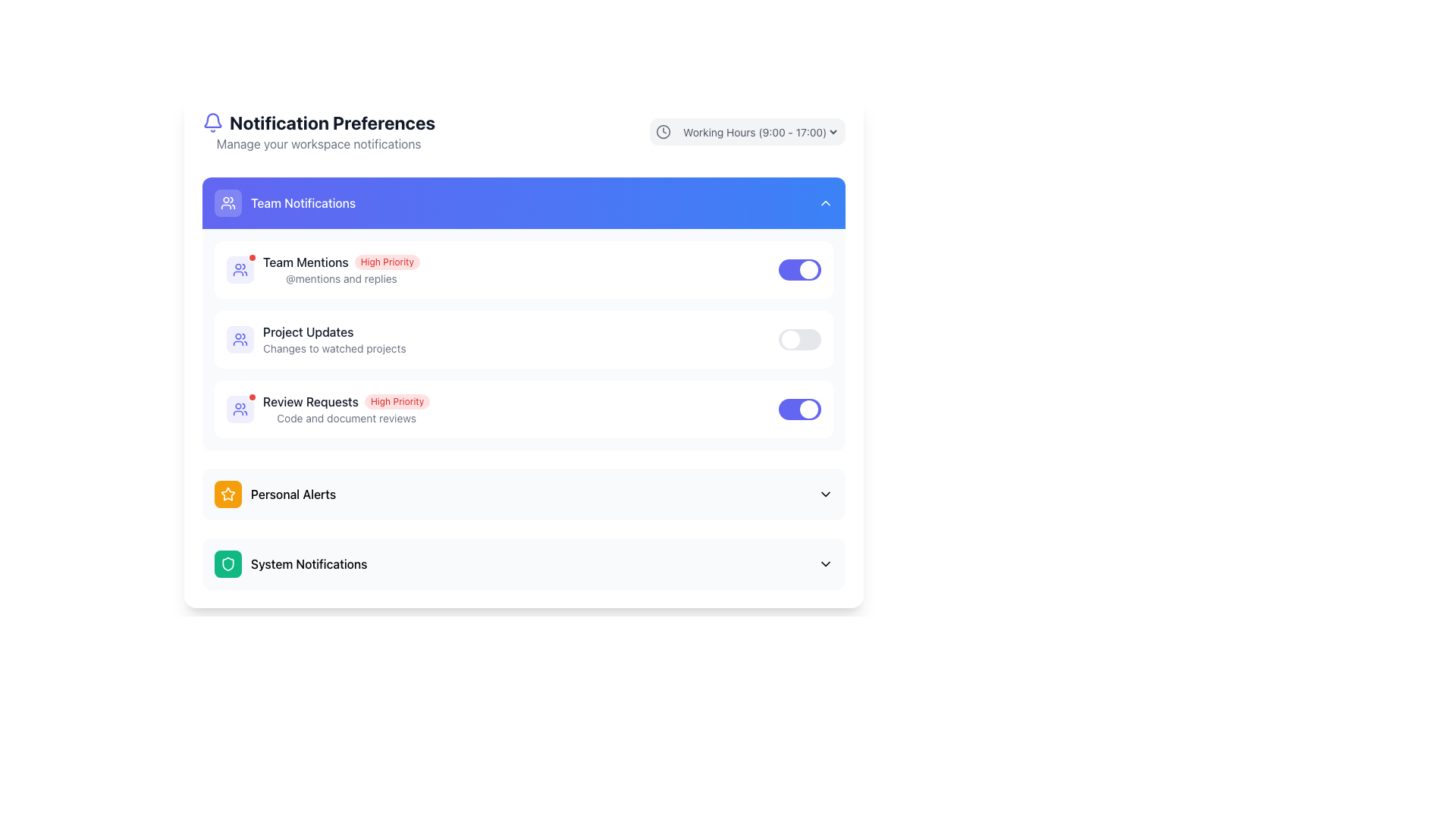  I want to click on the bell icon representing notifications, located left of the 'Notification Preferences' heading, so click(212, 122).